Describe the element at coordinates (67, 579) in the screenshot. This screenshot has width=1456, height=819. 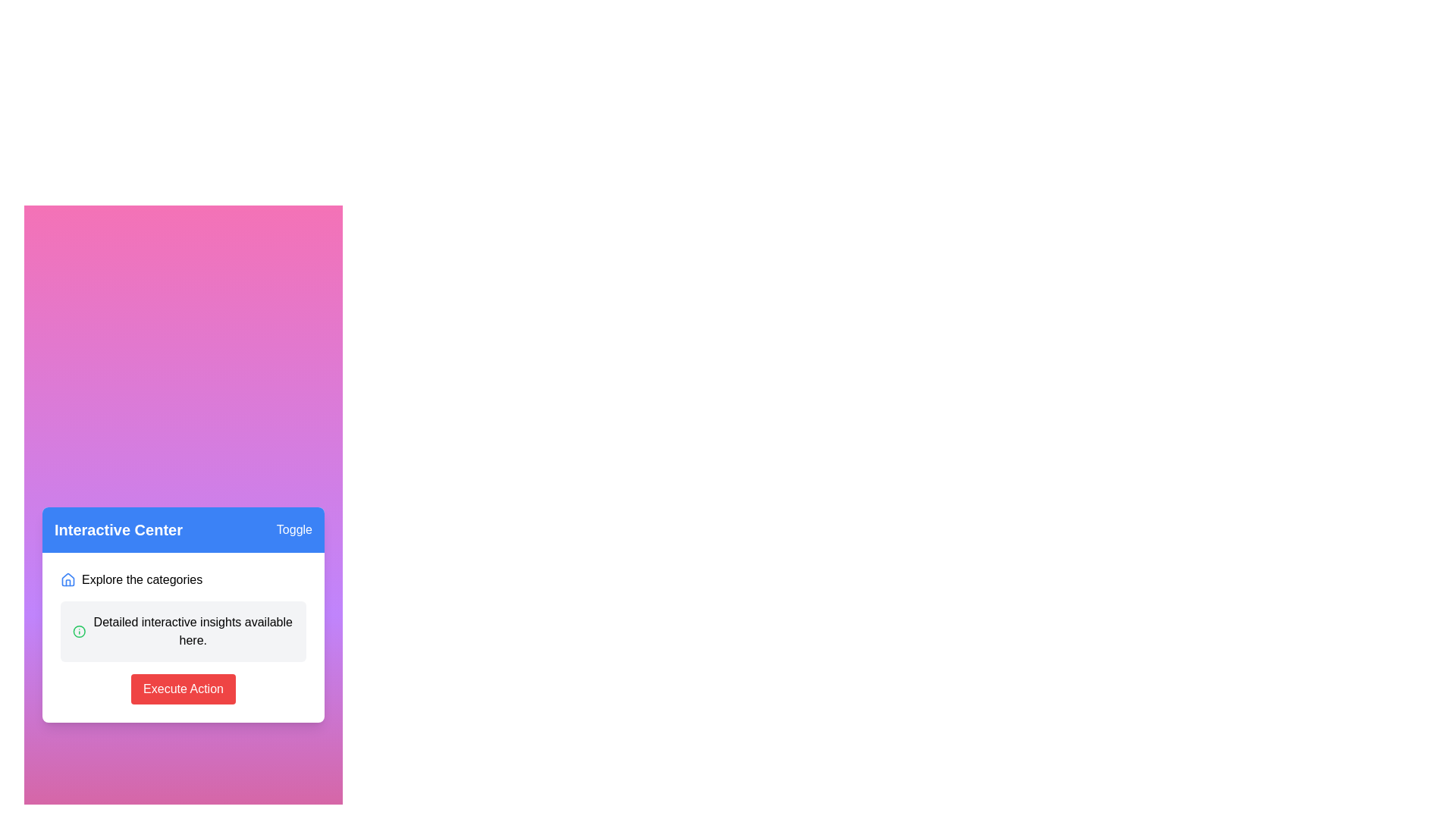
I see `the house-shaped icon rendered in blue, which signifies 'home' or starting points, located at the beginning of the horizontal layout within the panel` at that location.